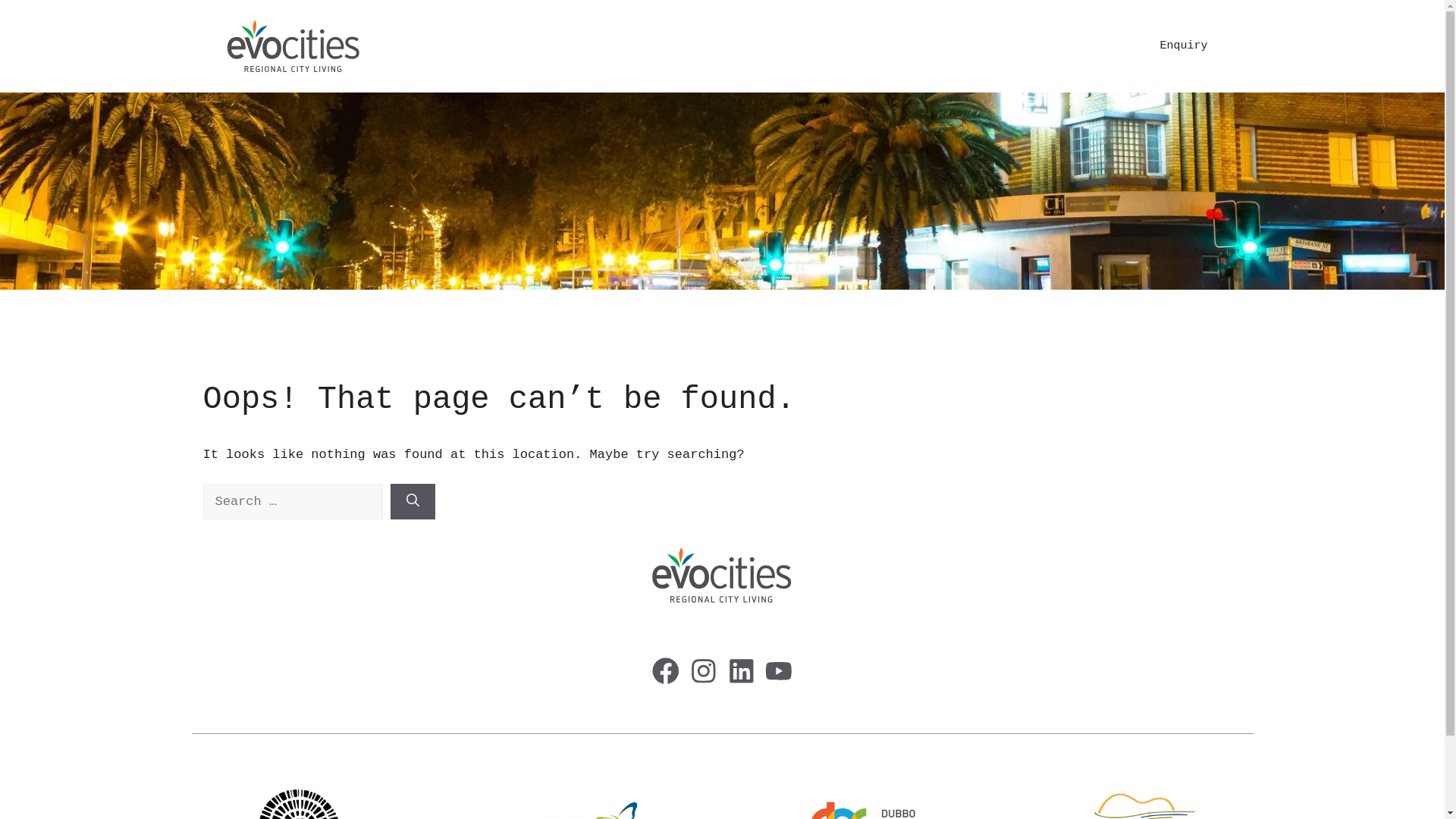 The height and width of the screenshot is (819, 1456). Describe the element at coordinates (293, 502) in the screenshot. I see `'Search for:'` at that location.